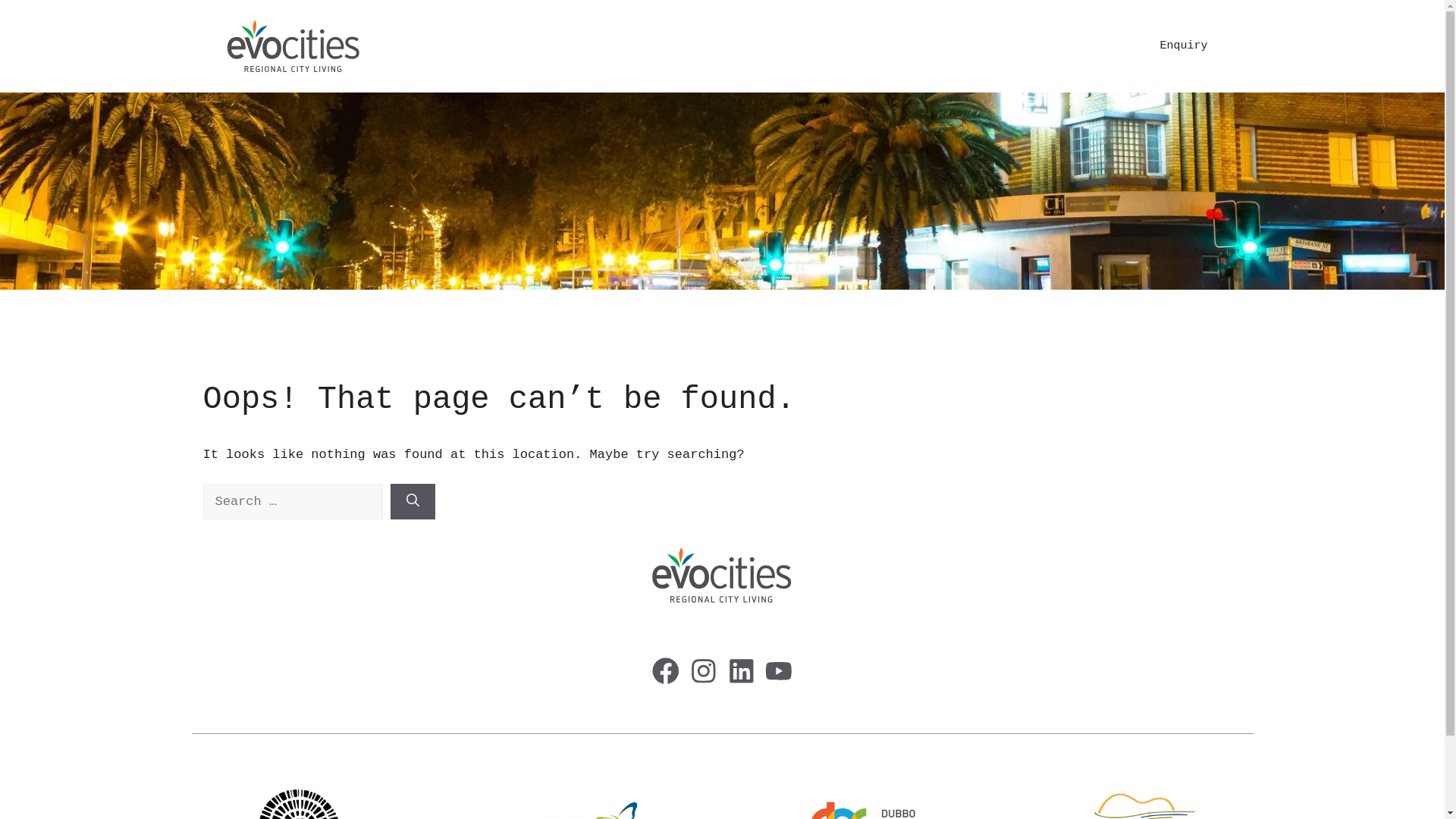 The height and width of the screenshot is (819, 1456). Describe the element at coordinates (293, 502) in the screenshot. I see `'Search for:'` at that location.